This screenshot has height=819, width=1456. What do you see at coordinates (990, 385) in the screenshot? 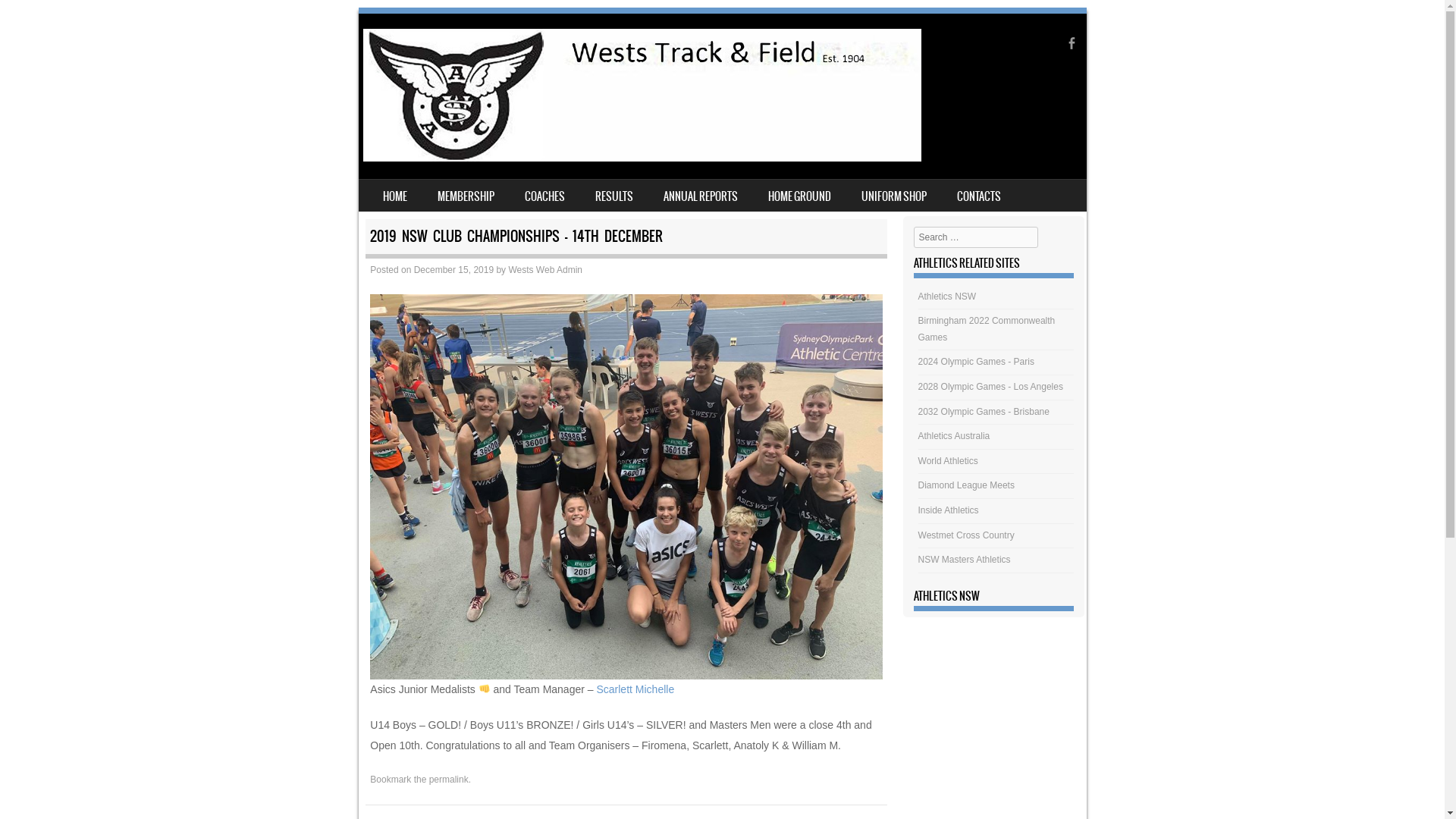
I see `'2028 Olympic Games - Los Angeles'` at bounding box center [990, 385].